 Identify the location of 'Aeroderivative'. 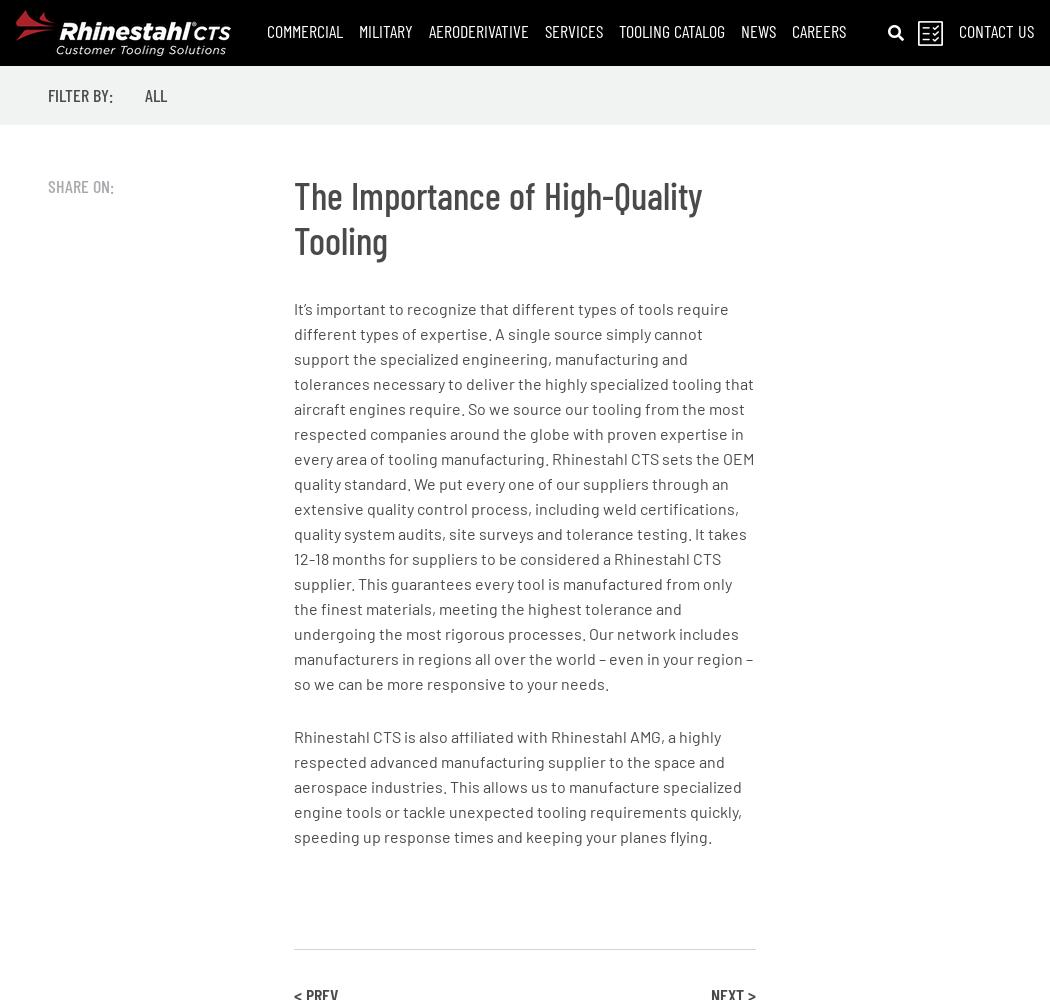
(428, 31).